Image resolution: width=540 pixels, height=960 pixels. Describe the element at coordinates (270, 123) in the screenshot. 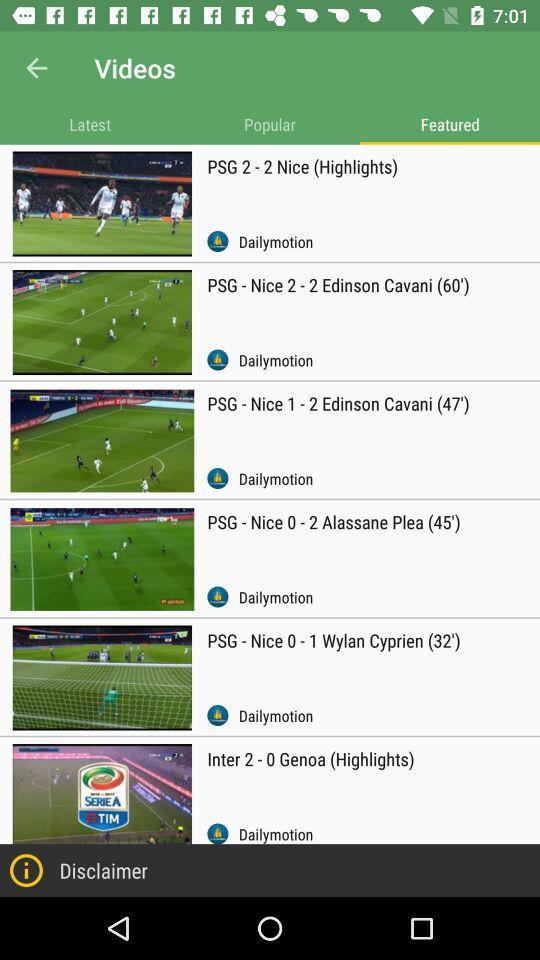

I see `icon below videos` at that location.